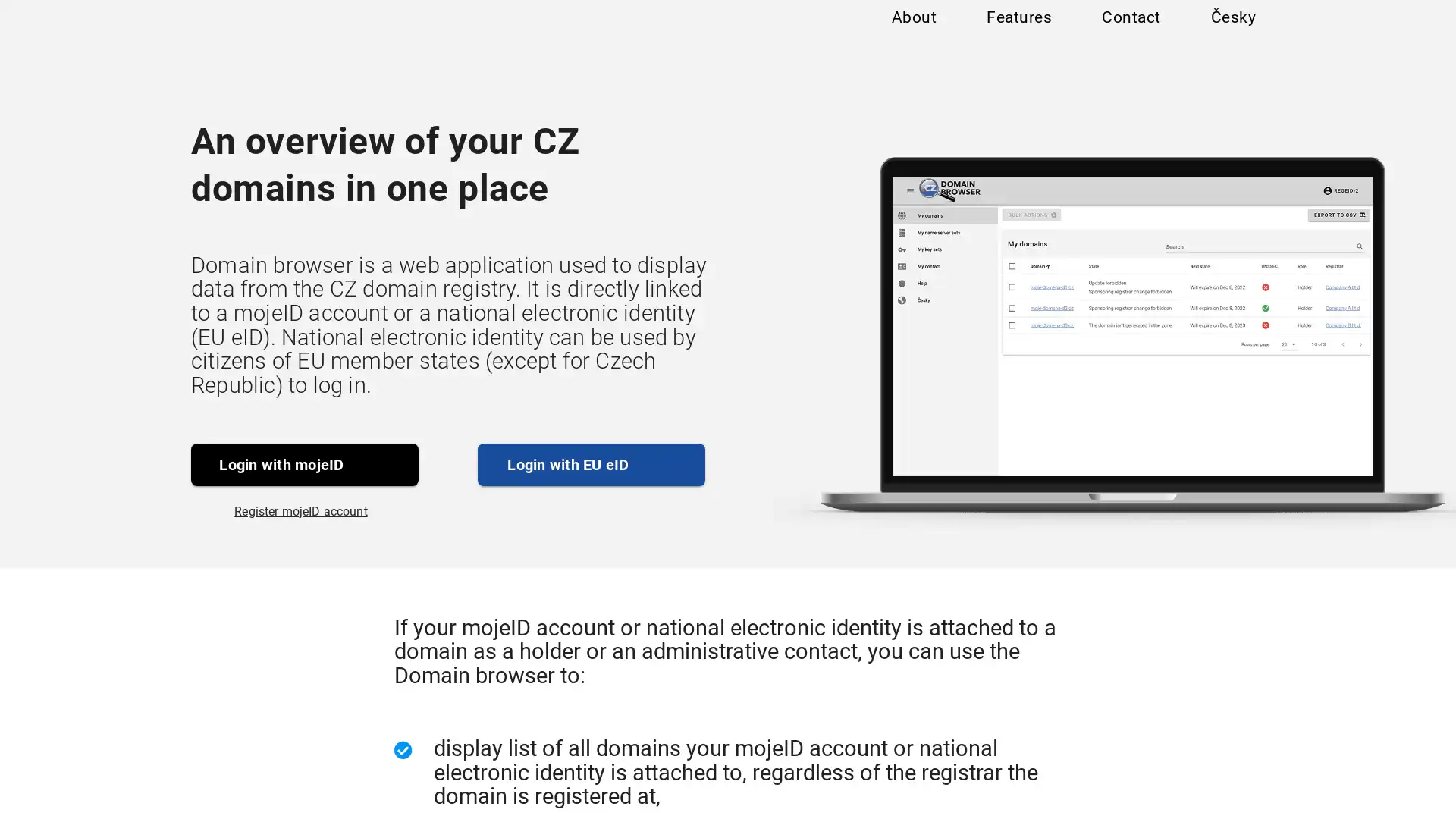  Describe the element at coordinates (1018, 32) in the screenshot. I see `Features` at that location.